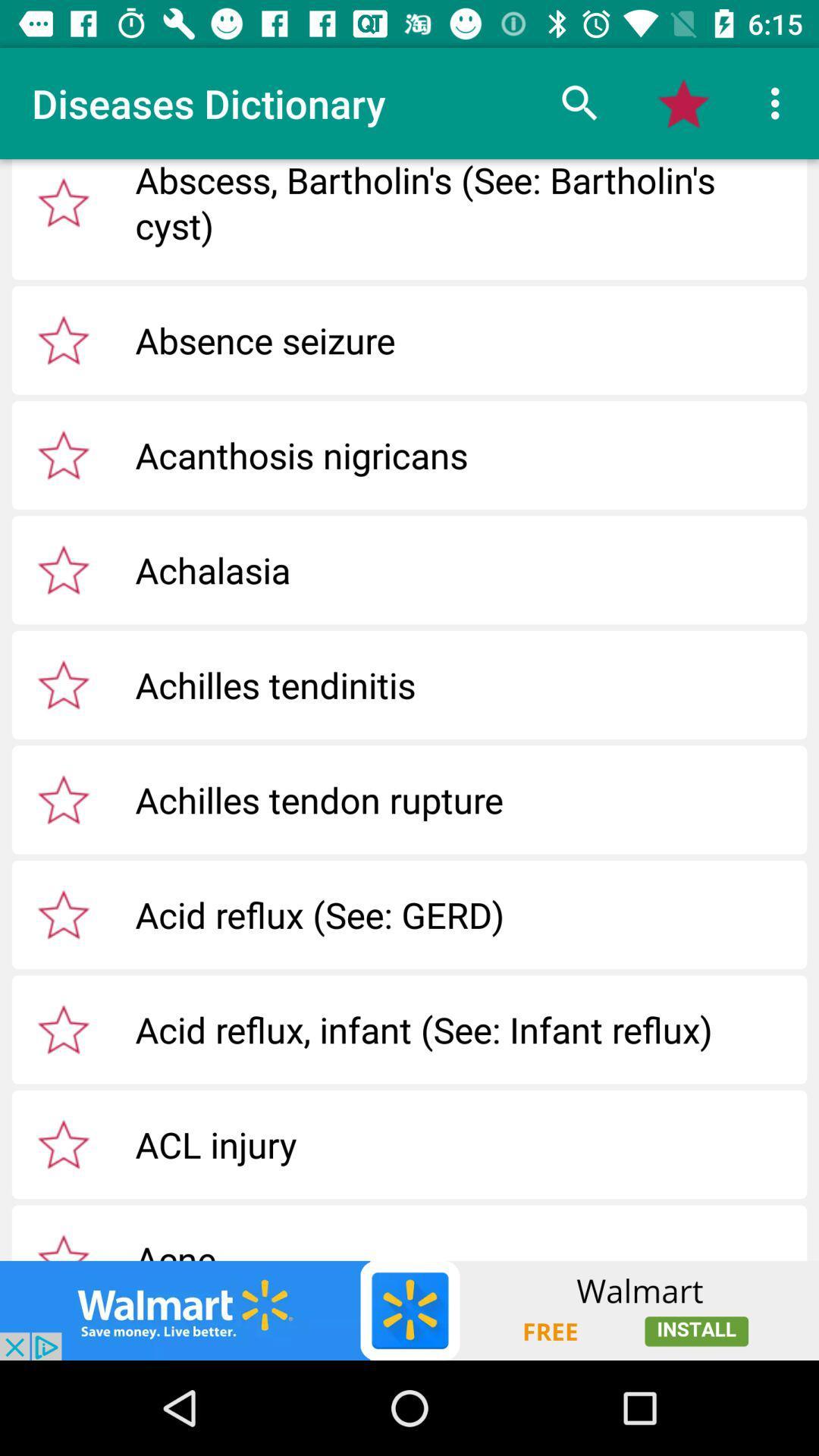 Image resolution: width=819 pixels, height=1456 pixels. I want to click on like, so click(63, 202).